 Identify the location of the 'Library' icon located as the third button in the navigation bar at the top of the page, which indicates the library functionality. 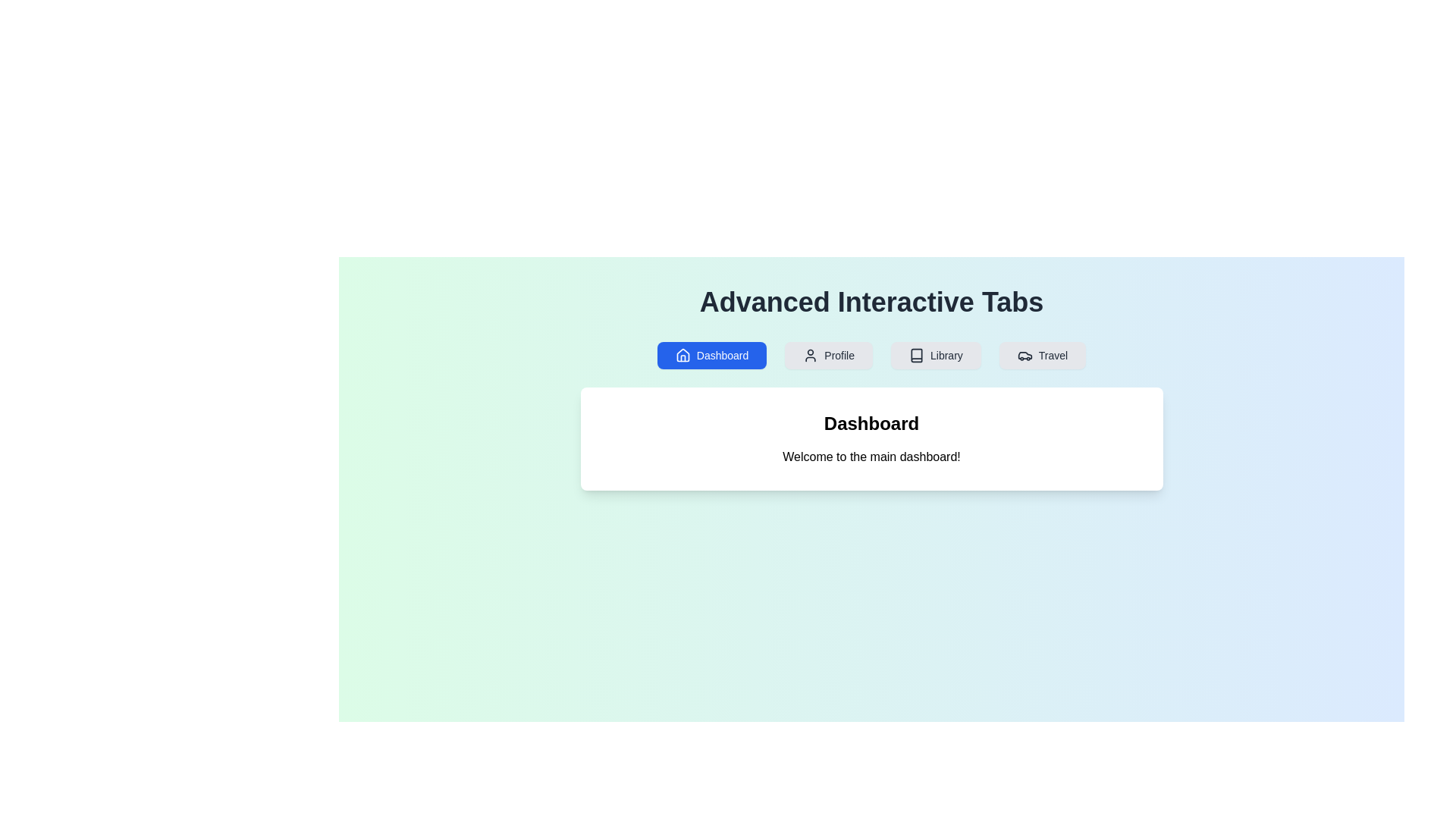
(916, 356).